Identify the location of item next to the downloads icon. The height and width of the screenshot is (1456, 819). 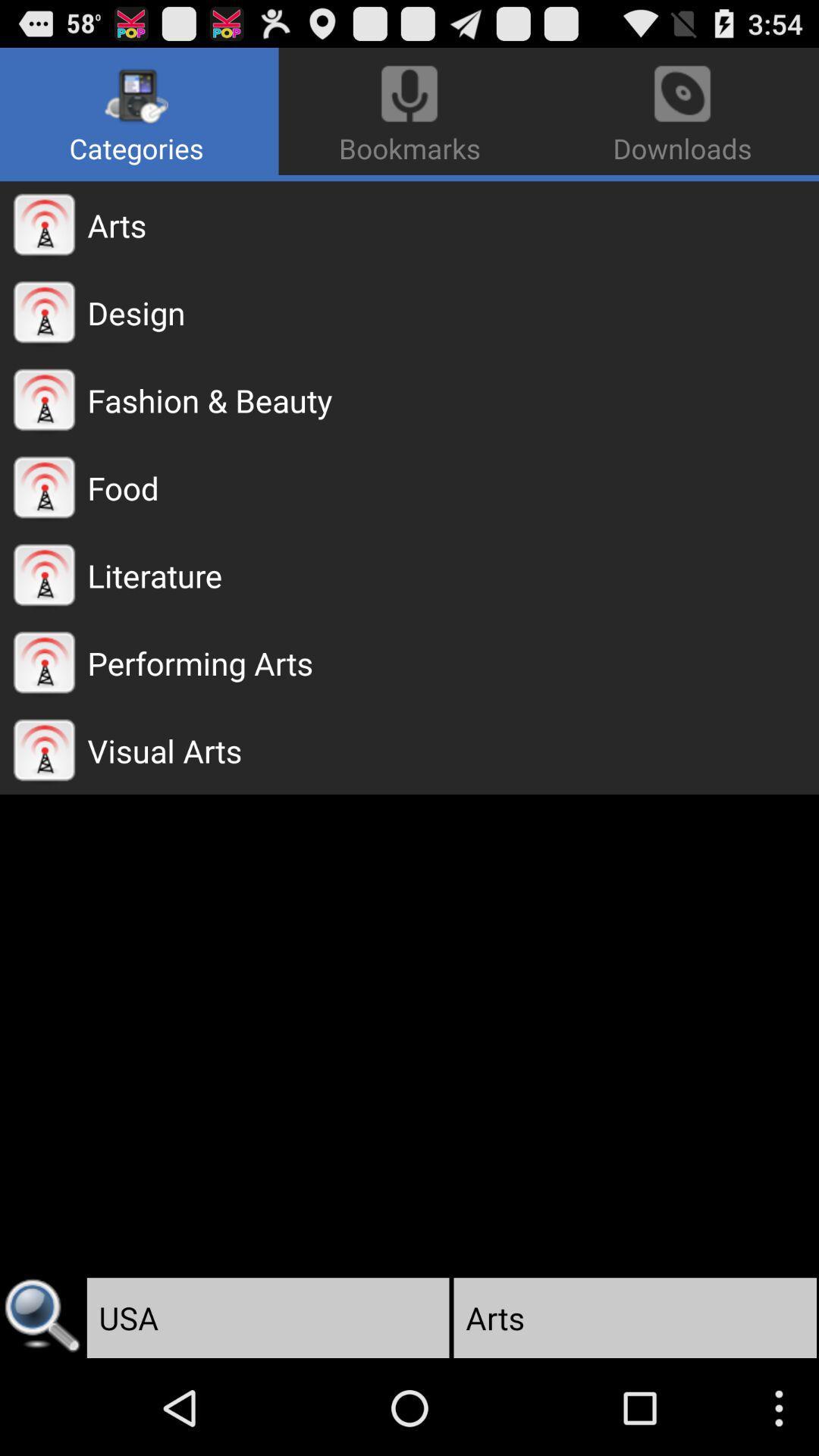
(139, 111).